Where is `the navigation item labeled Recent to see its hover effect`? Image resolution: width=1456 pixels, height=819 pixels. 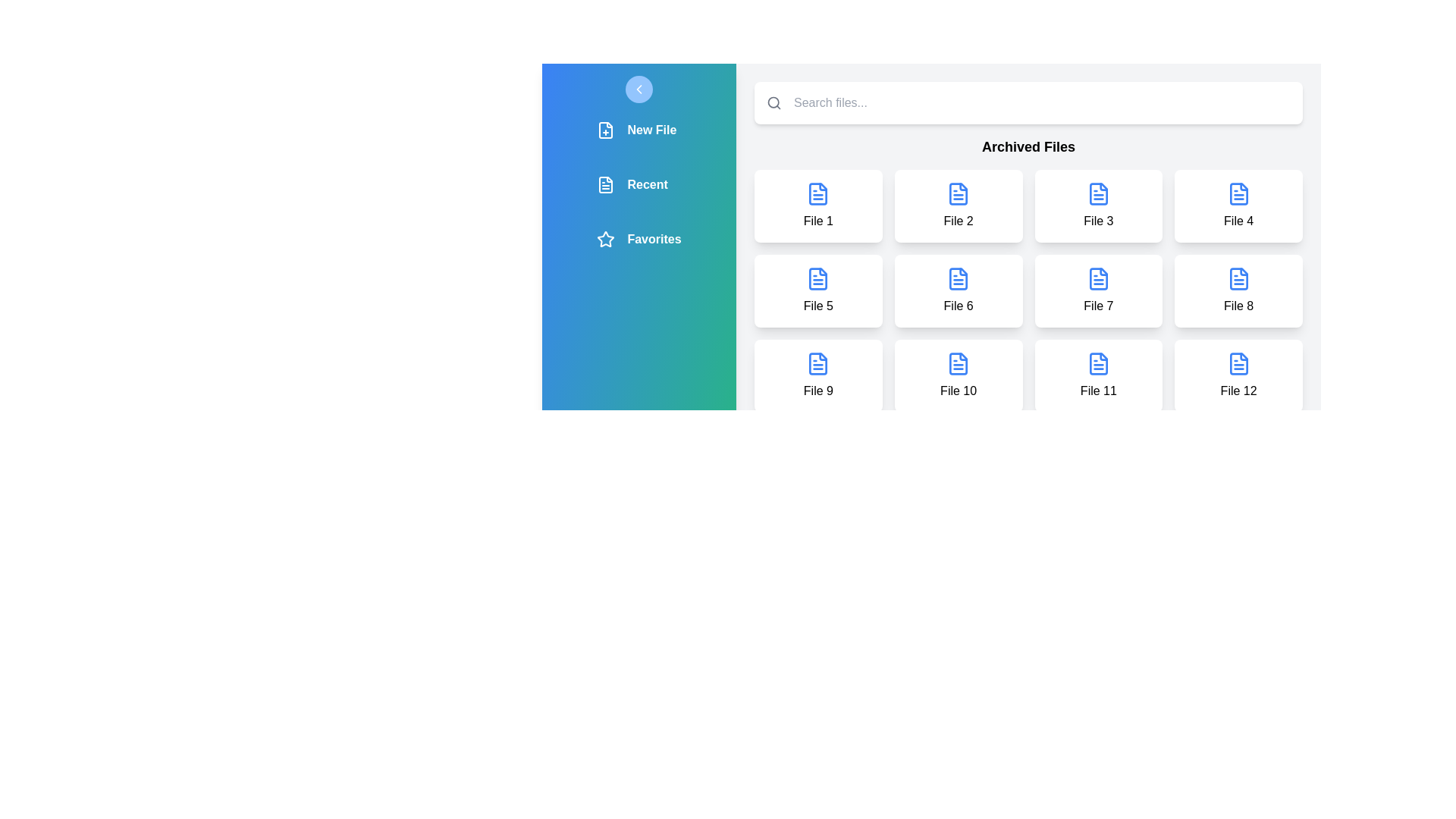
the navigation item labeled Recent to see its hover effect is located at coordinates (639, 184).